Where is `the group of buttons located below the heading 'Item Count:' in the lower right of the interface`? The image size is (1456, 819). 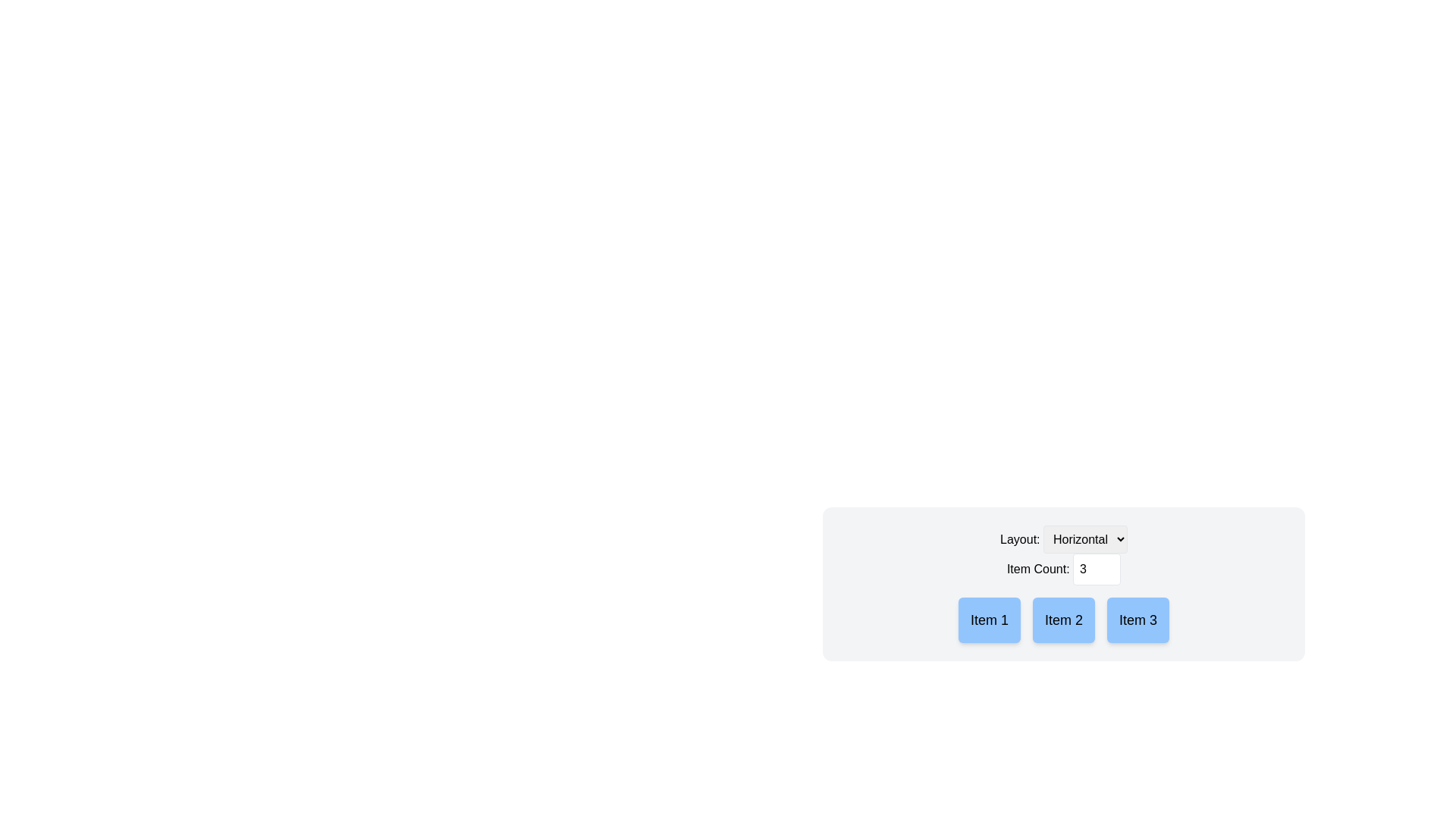 the group of buttons located below the heading 'Item Count:' in the lower right of the interface is located at coordinates (1062, 620).